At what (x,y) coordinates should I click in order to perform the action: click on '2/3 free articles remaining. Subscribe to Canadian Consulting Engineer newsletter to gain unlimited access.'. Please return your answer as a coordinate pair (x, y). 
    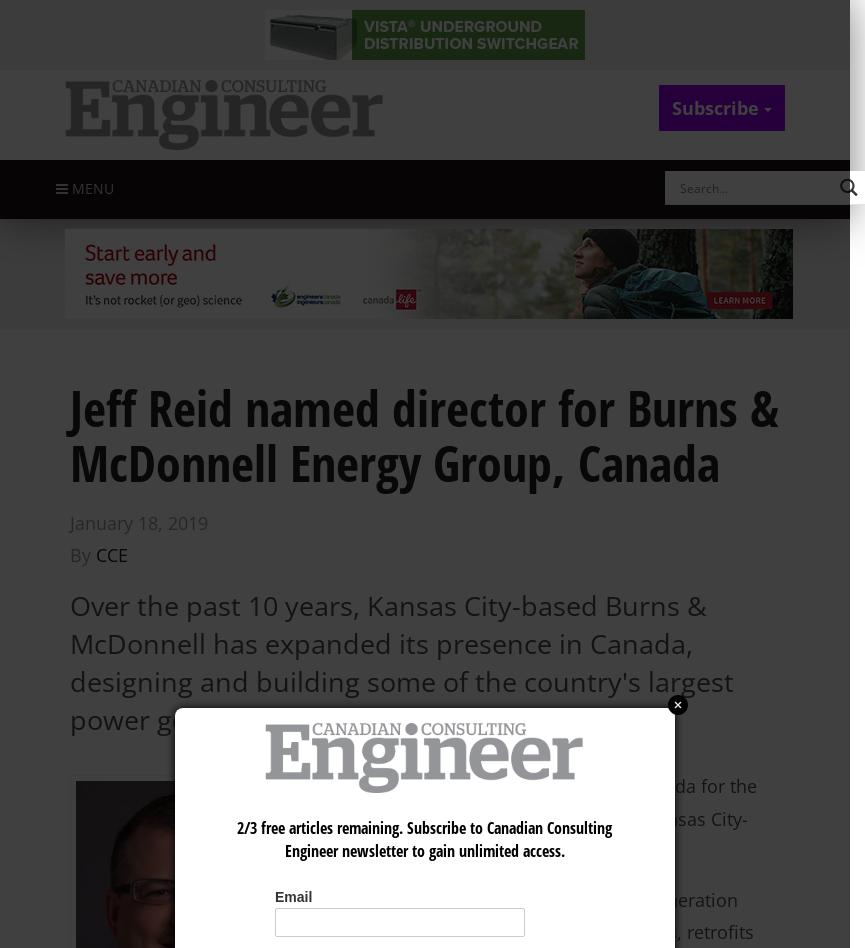
    Looking at the image, I should click on (236, 837).